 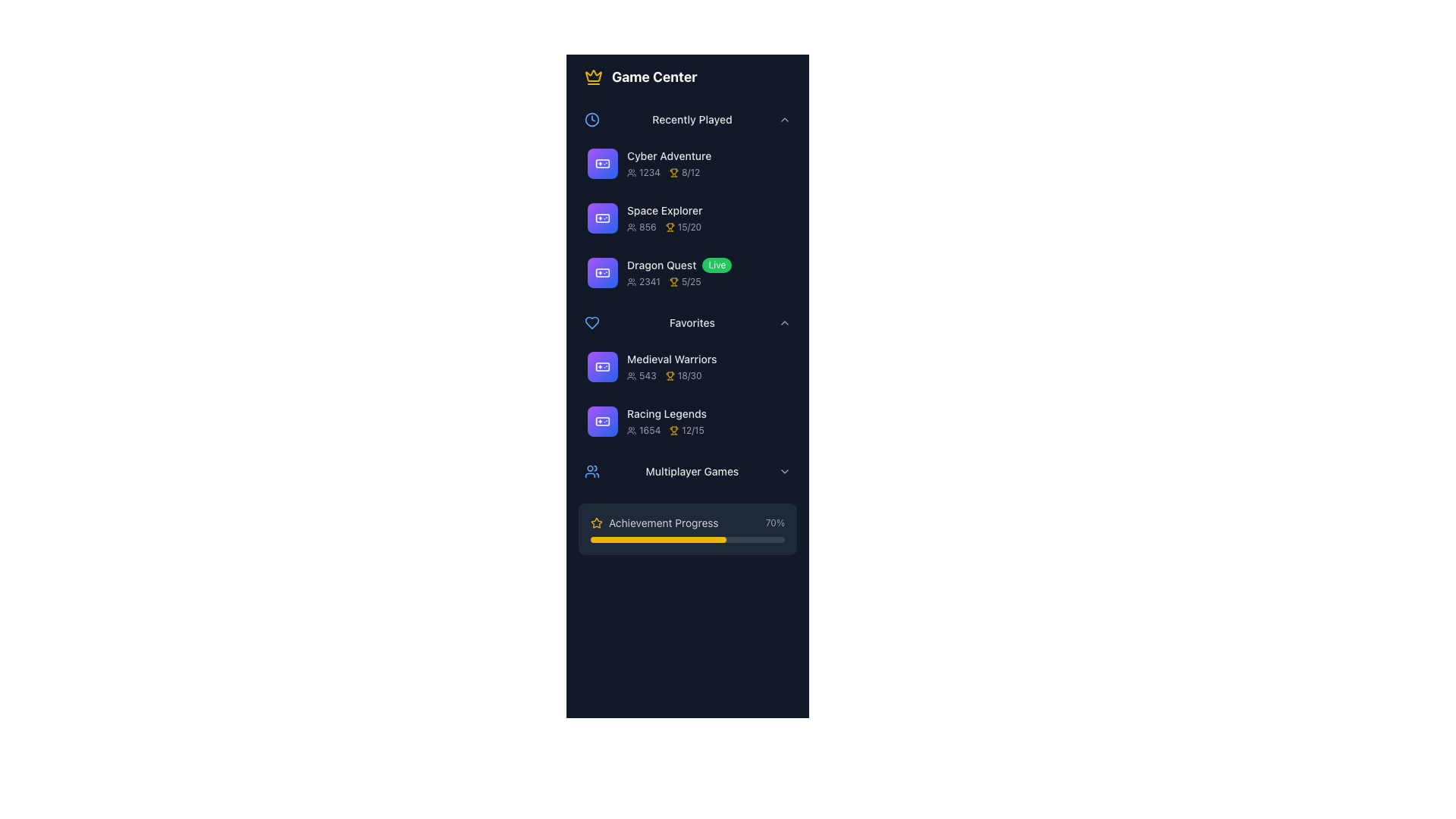 I want to click on the 'Achievement Progress' text label with the yellow star icon, located towards the bottom of the 'Multiplayer Games' section, adjacent to the progress bar, so click(x=654, y=522).